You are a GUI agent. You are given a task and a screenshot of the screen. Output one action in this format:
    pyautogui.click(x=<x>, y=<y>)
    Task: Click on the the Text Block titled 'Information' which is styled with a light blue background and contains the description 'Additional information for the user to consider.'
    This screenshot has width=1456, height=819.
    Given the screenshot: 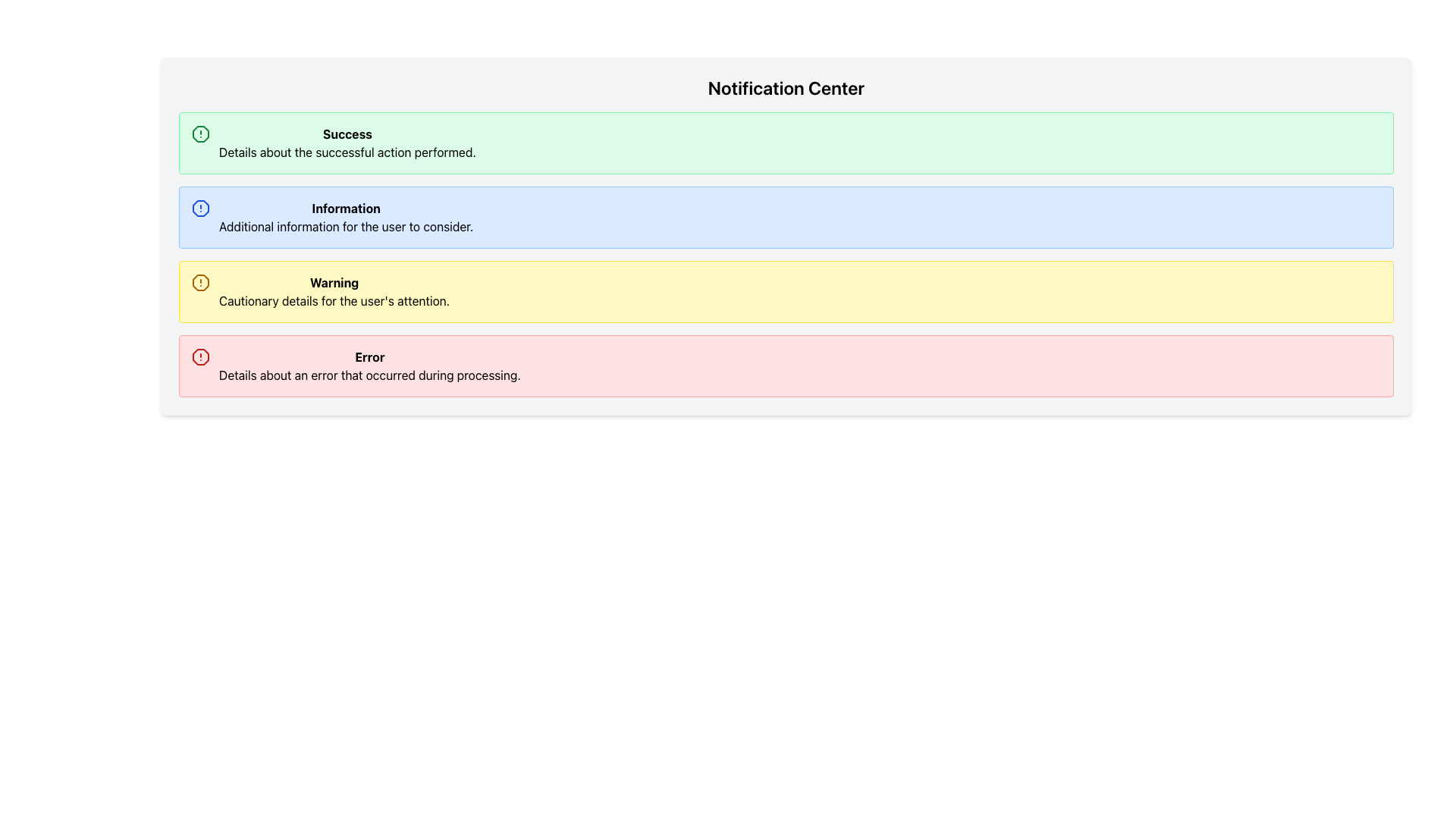 What is the action you would take?
    pyautogui.click(x=345, y=217)
    